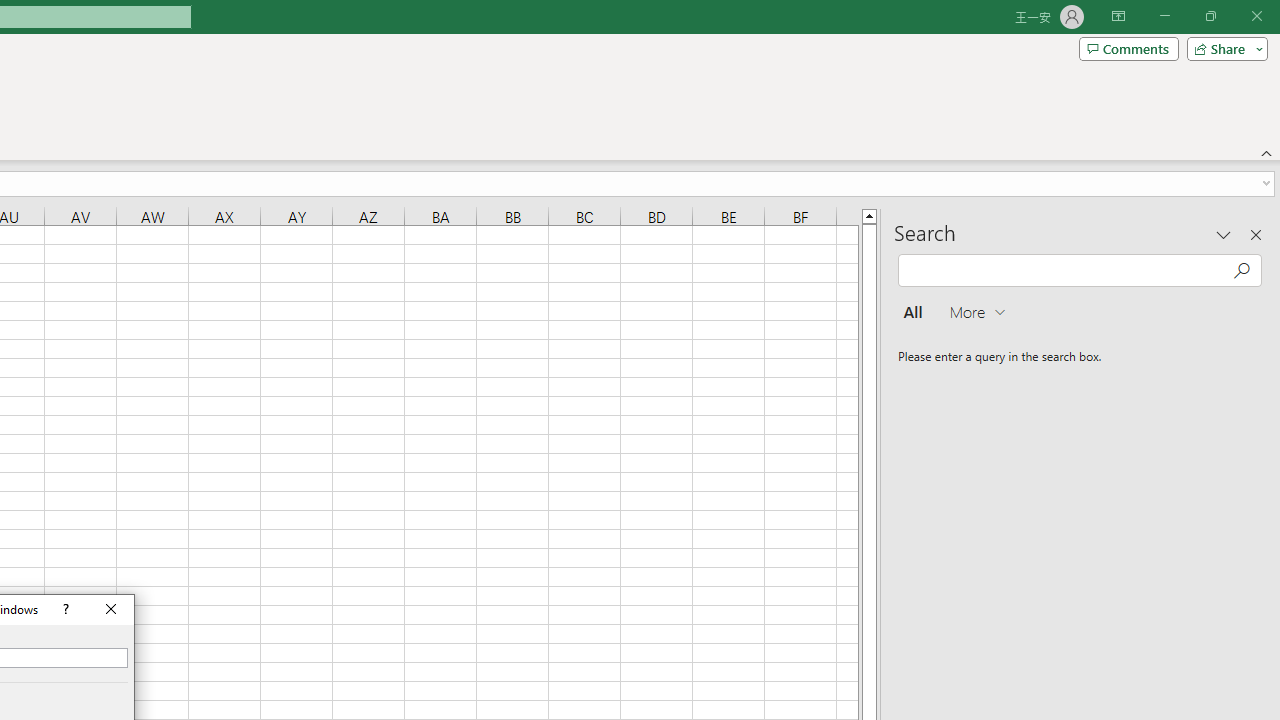 This screenshot has width=1280, height=720. What do you see at coordinates (1223, 234) in the screenshot?
I see `'Task Pane Options'` at bounding box center [1223, 234].